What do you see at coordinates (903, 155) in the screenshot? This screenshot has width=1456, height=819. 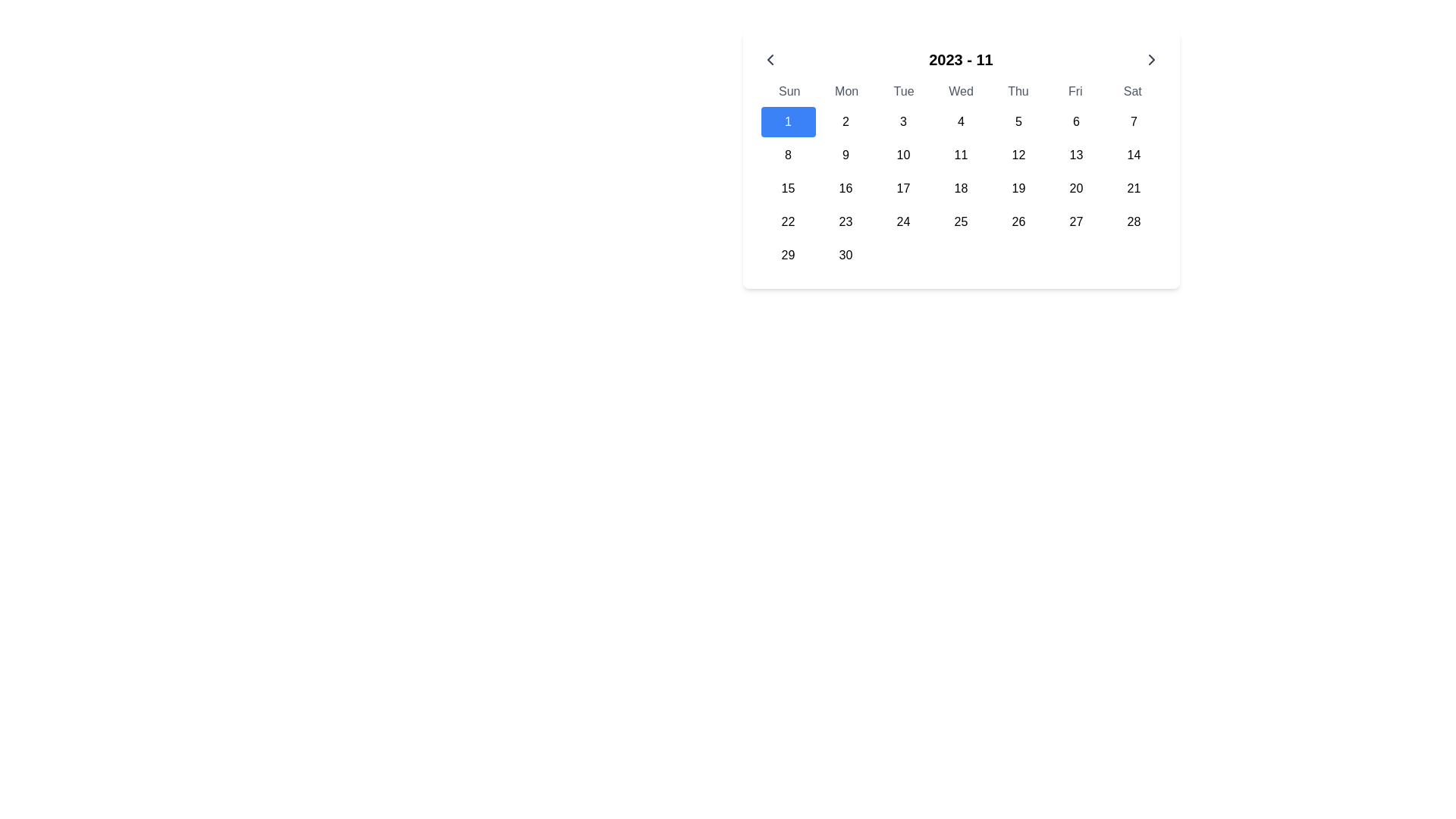 I see `the button representing the date '10' on the calendar interface` at bounding box center [903, 155].